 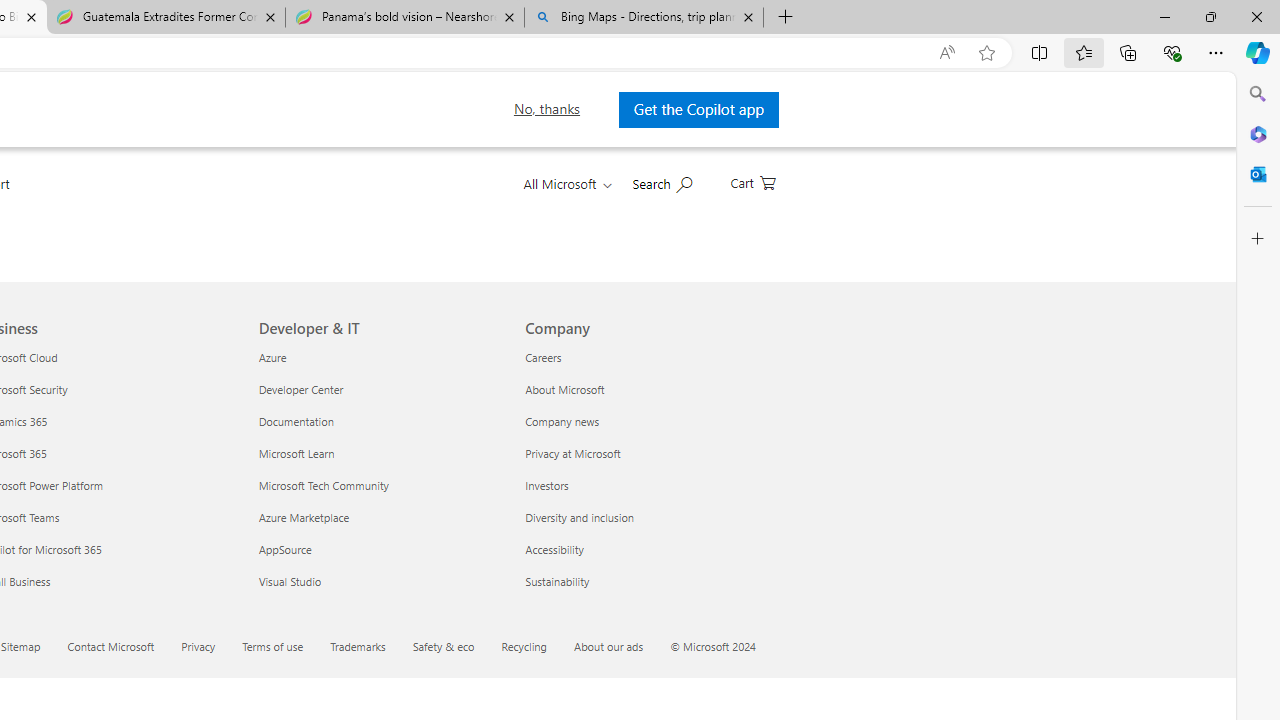 What do you see at coordinates (751, 181) in the screenshot?
I see `'0 items in shopping cart'` at bounding box center [751, 181].